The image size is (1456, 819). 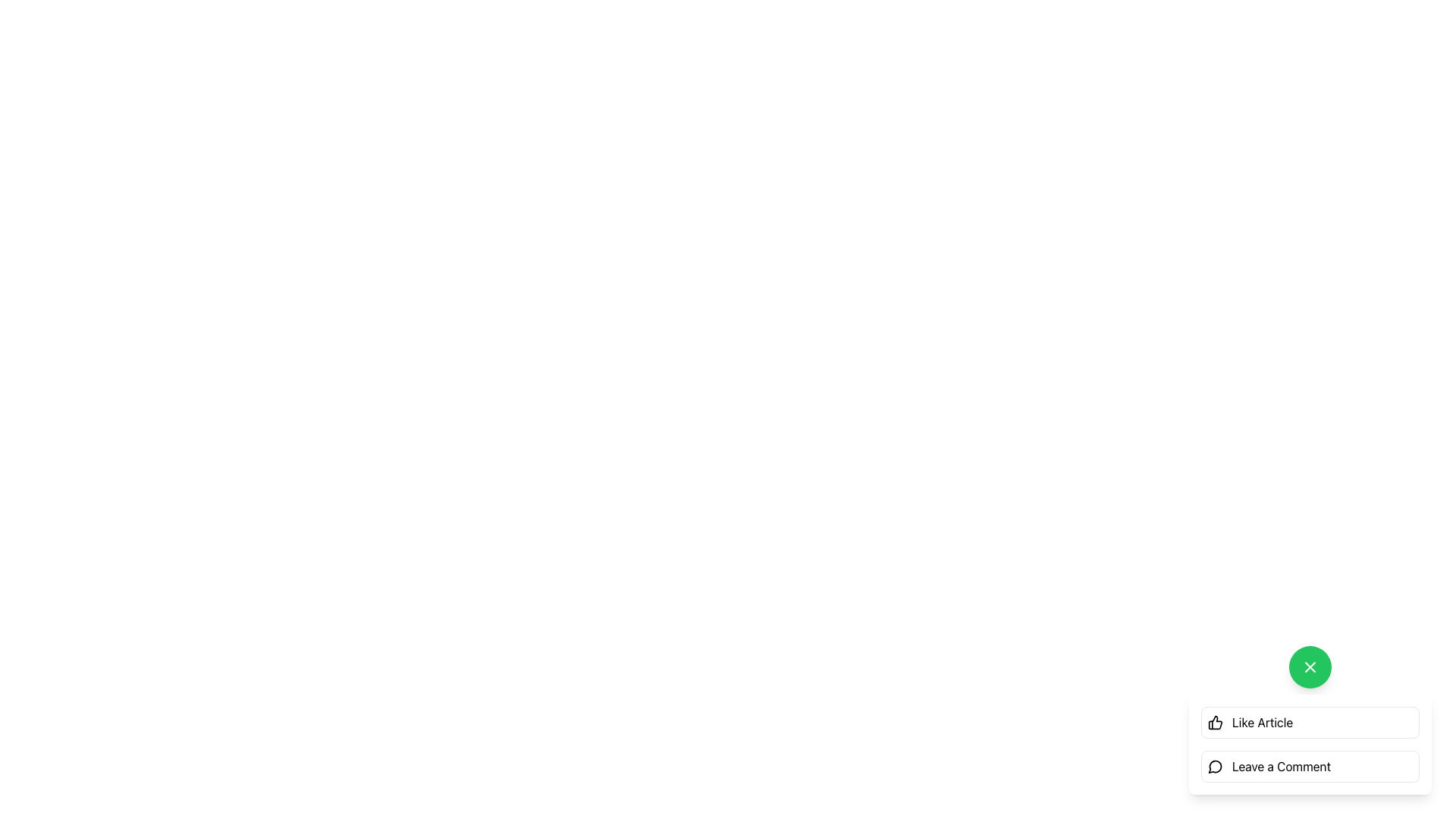 What do you see at coordinates (1310, 721) in the screenshot?
I see `the 'like' button located at the bottom-right corner of the interface, which is the first item in a vertical layout of a white card, to register a like for the article` at bounding box center [1310, 721].